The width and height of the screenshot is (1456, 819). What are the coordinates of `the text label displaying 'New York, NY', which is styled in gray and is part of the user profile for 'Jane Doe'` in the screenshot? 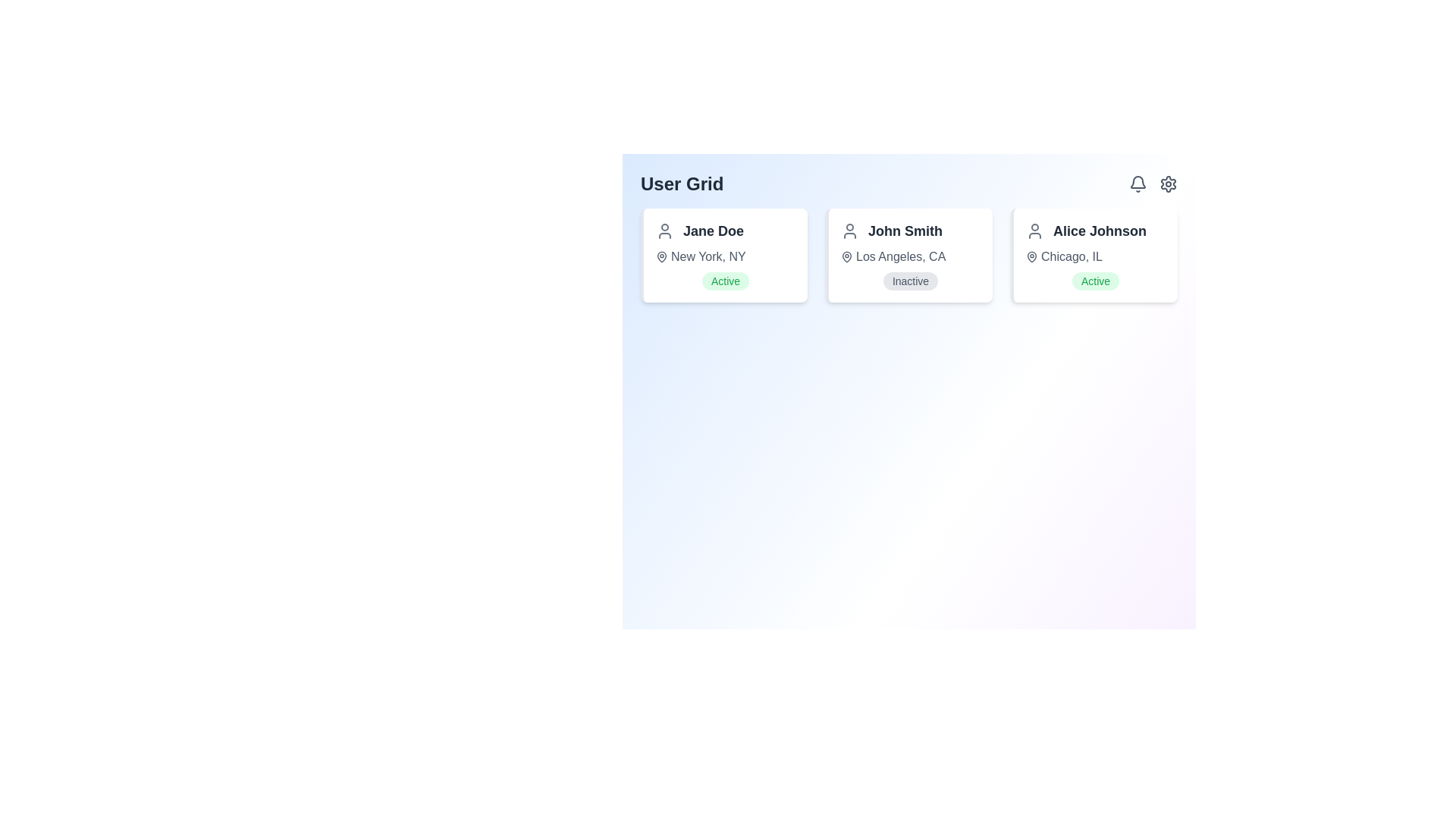 It's located at (708, 256).